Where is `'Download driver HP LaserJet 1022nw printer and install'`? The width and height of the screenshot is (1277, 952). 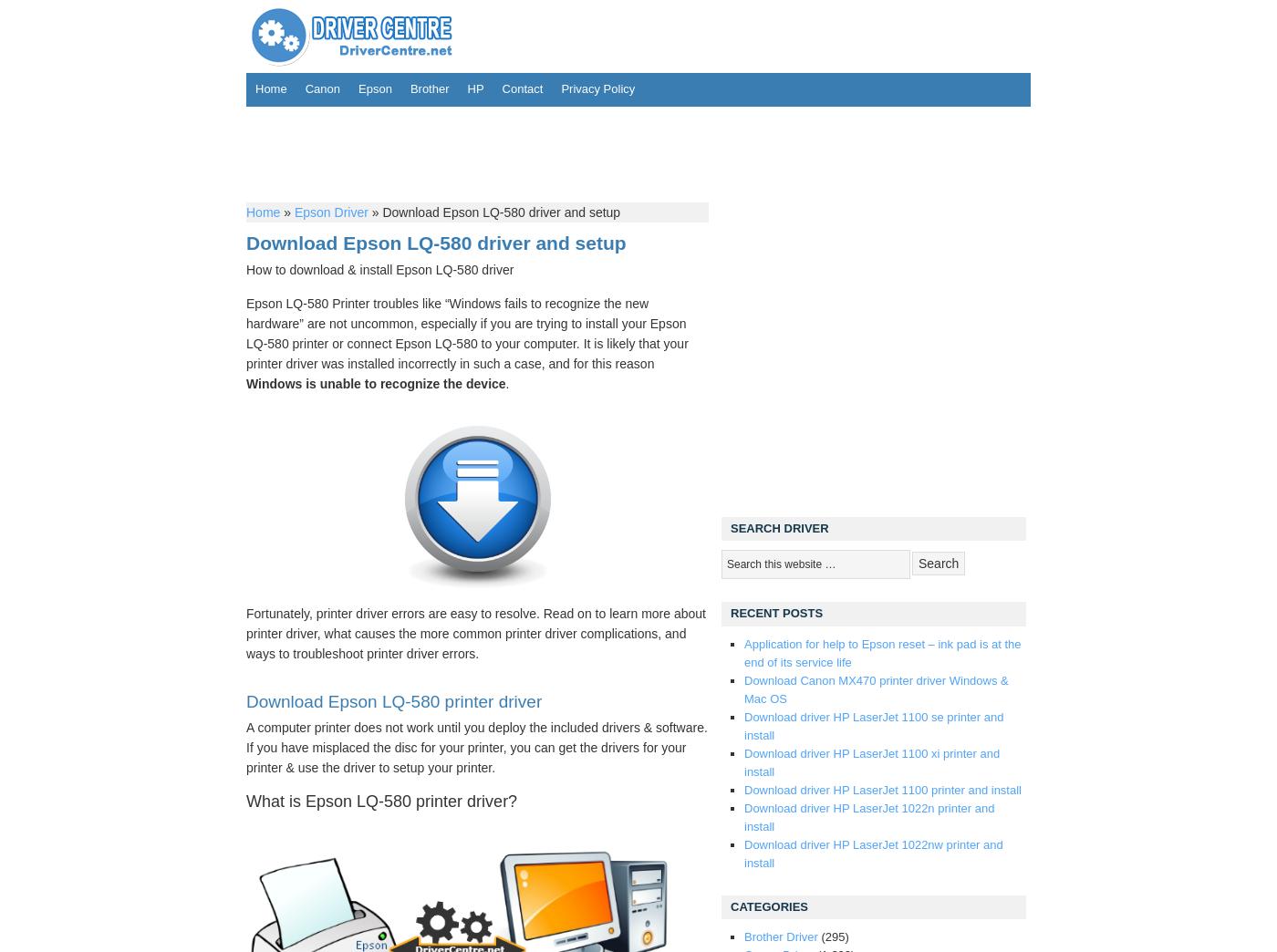 'Download driver HP LaserJet 1022nw printer and install' is located at coordinates (873, 852).